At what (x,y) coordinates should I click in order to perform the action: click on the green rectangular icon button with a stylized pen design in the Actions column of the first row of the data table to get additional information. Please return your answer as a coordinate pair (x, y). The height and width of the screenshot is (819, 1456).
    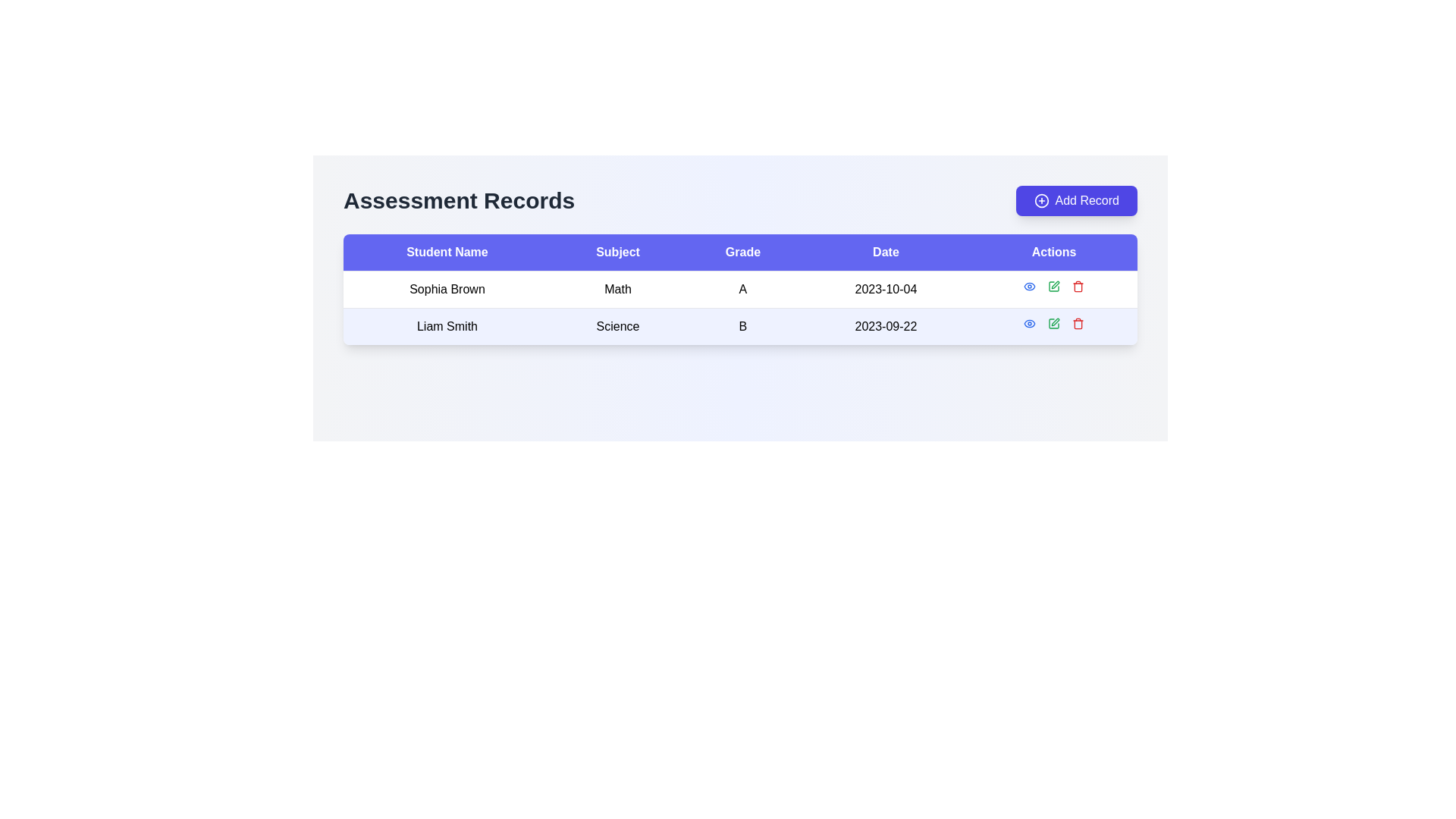
    Looking at the image, I should click on (1053, 287).